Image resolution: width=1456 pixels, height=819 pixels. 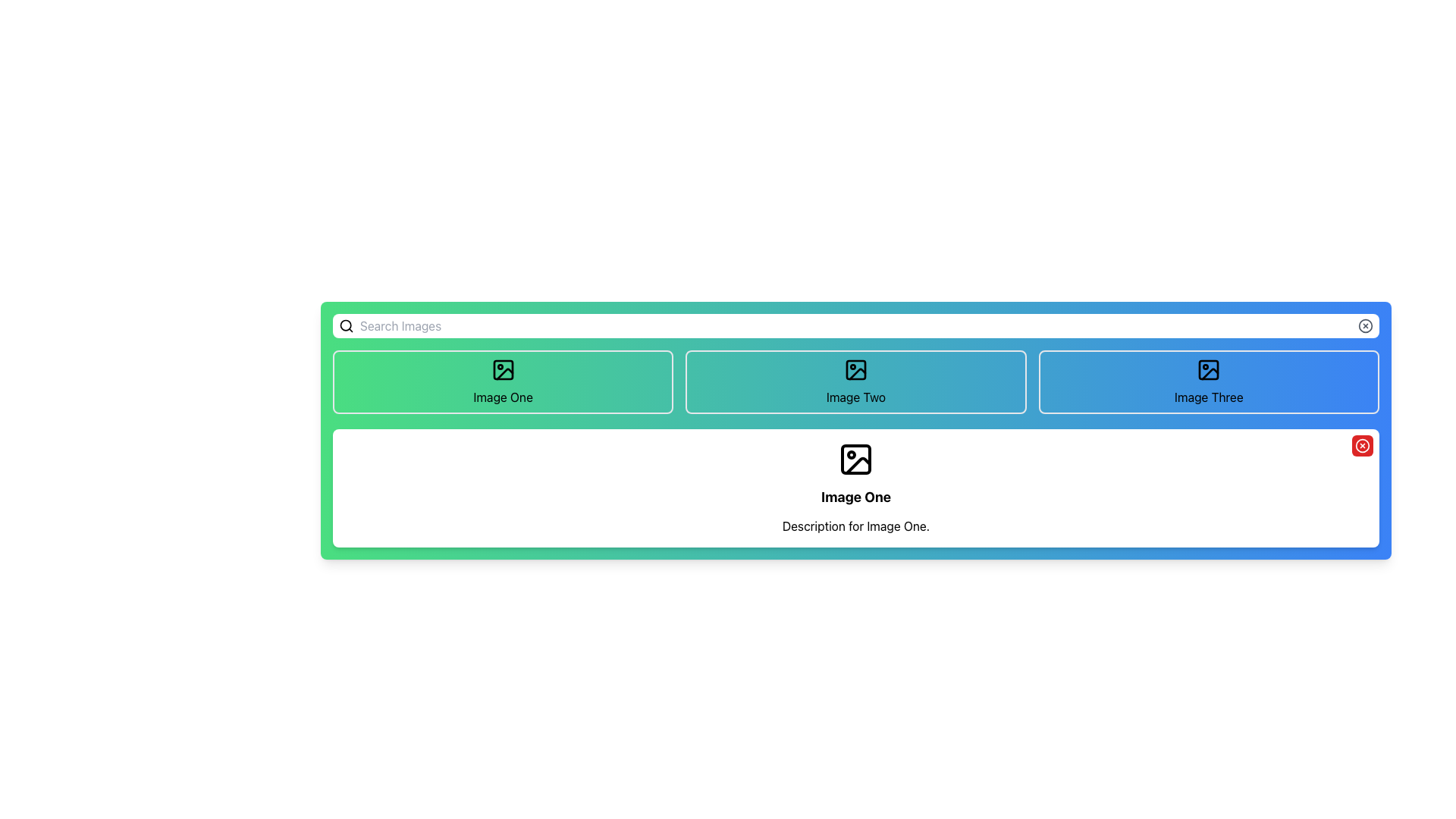 What do you see at coordinates (855, 370) in the screenshot?
I see `the decorative graphical shape located at the center of the 'Image Two' card in the top section of the interface` at bounding box center [855, 370].